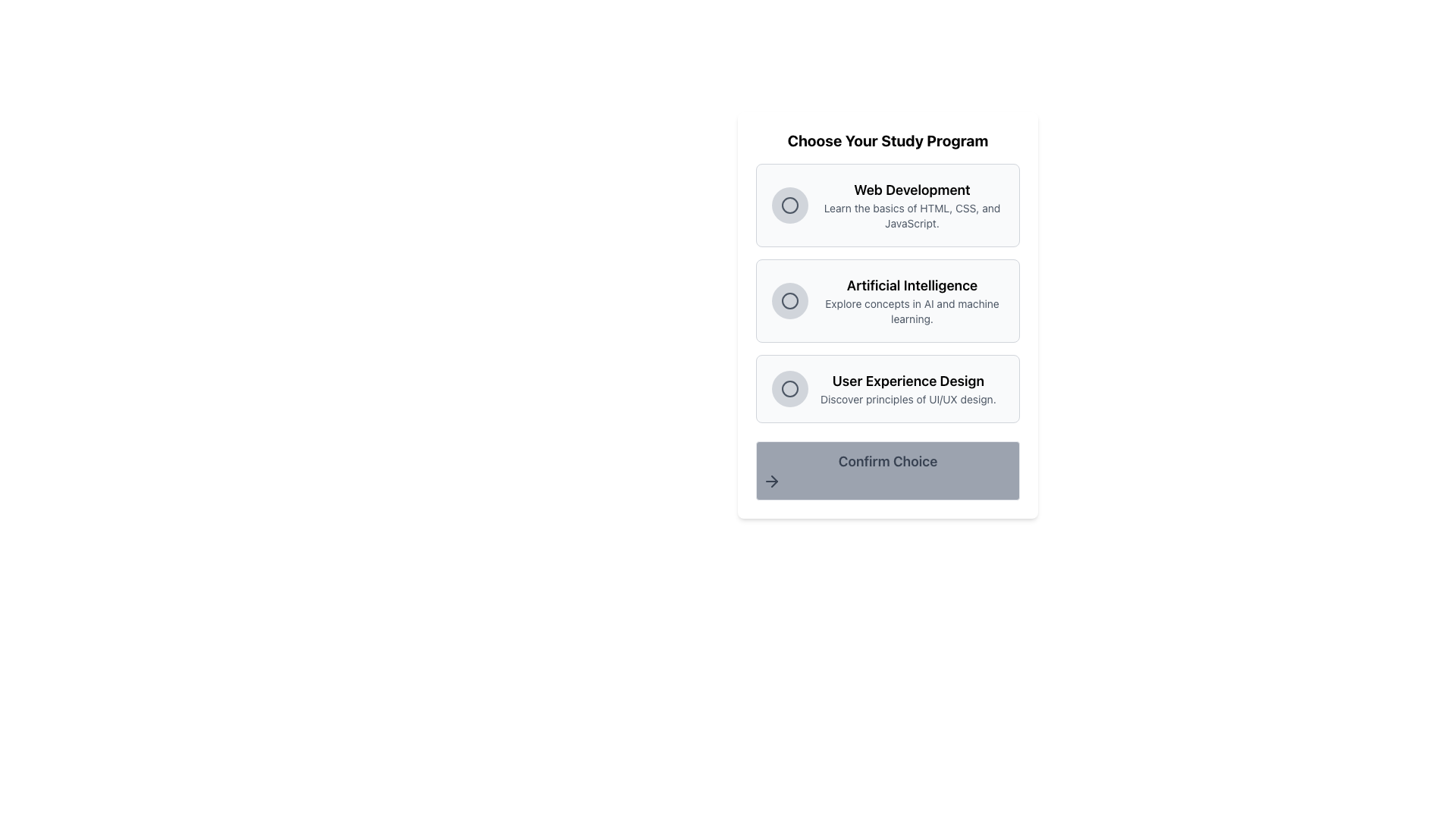 The height and width of the screenshot is (819, 1456). I want to click on text content of the title element that serves as the main descriptor of the first option in the list, positioned below the main heading 'Choose Your Study Program', so click(912, 189).